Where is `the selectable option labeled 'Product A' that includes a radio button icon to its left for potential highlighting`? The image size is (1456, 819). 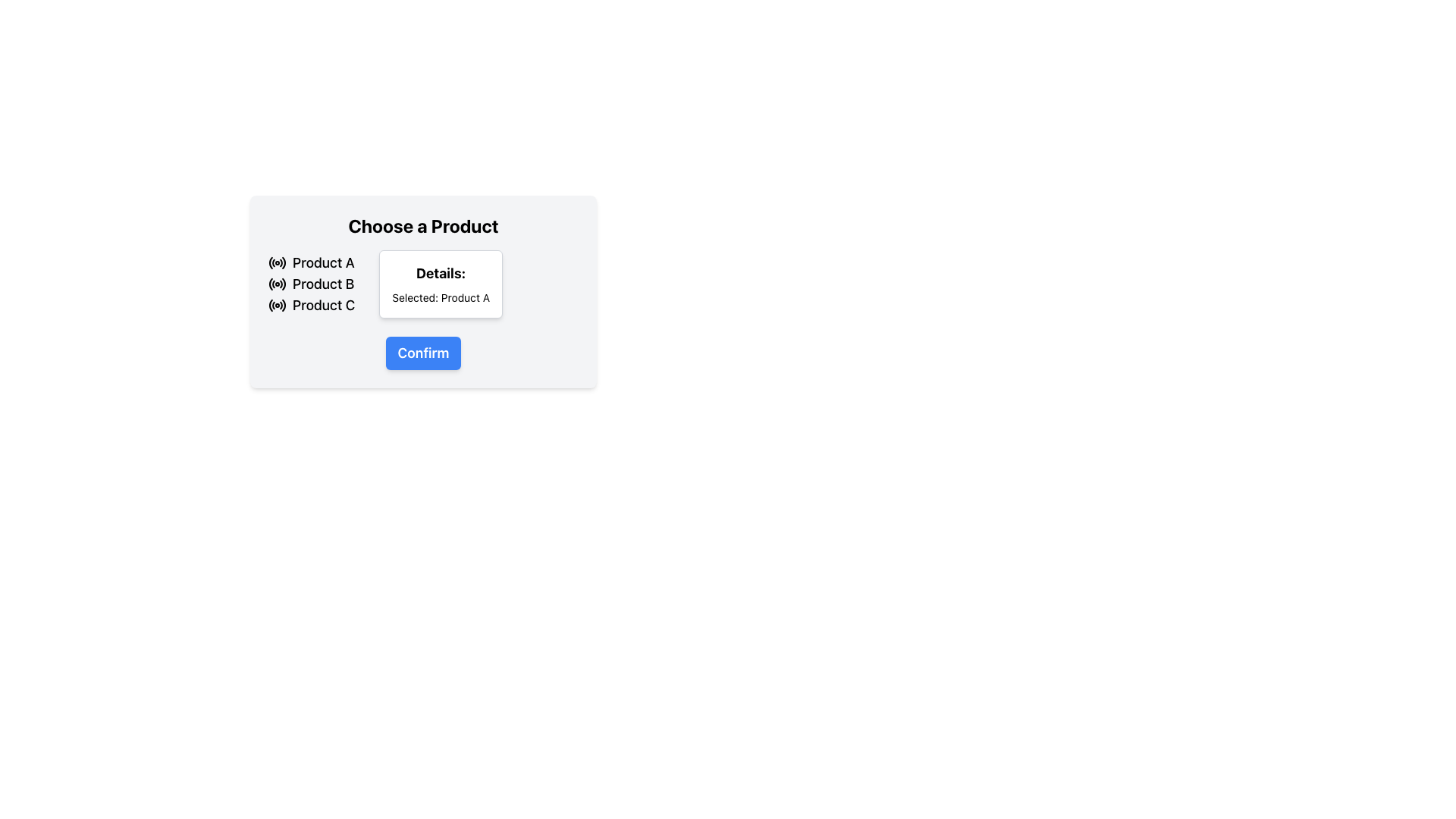 the selectable option labeled 'Product A' that includes a radio button icon to its left for potential highlighting is located at coordinates (310, 262).